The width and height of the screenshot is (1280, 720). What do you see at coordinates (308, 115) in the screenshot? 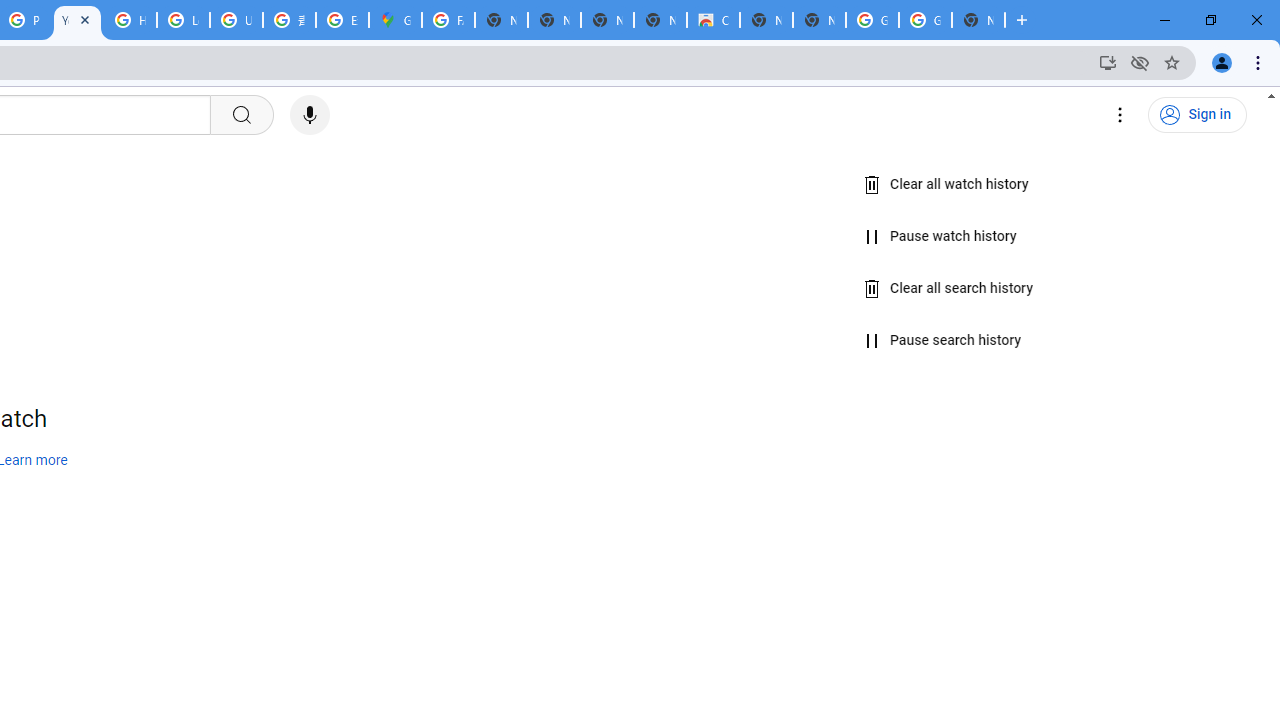
I see `'Search with your voice'` at bounding box center [308, 115].